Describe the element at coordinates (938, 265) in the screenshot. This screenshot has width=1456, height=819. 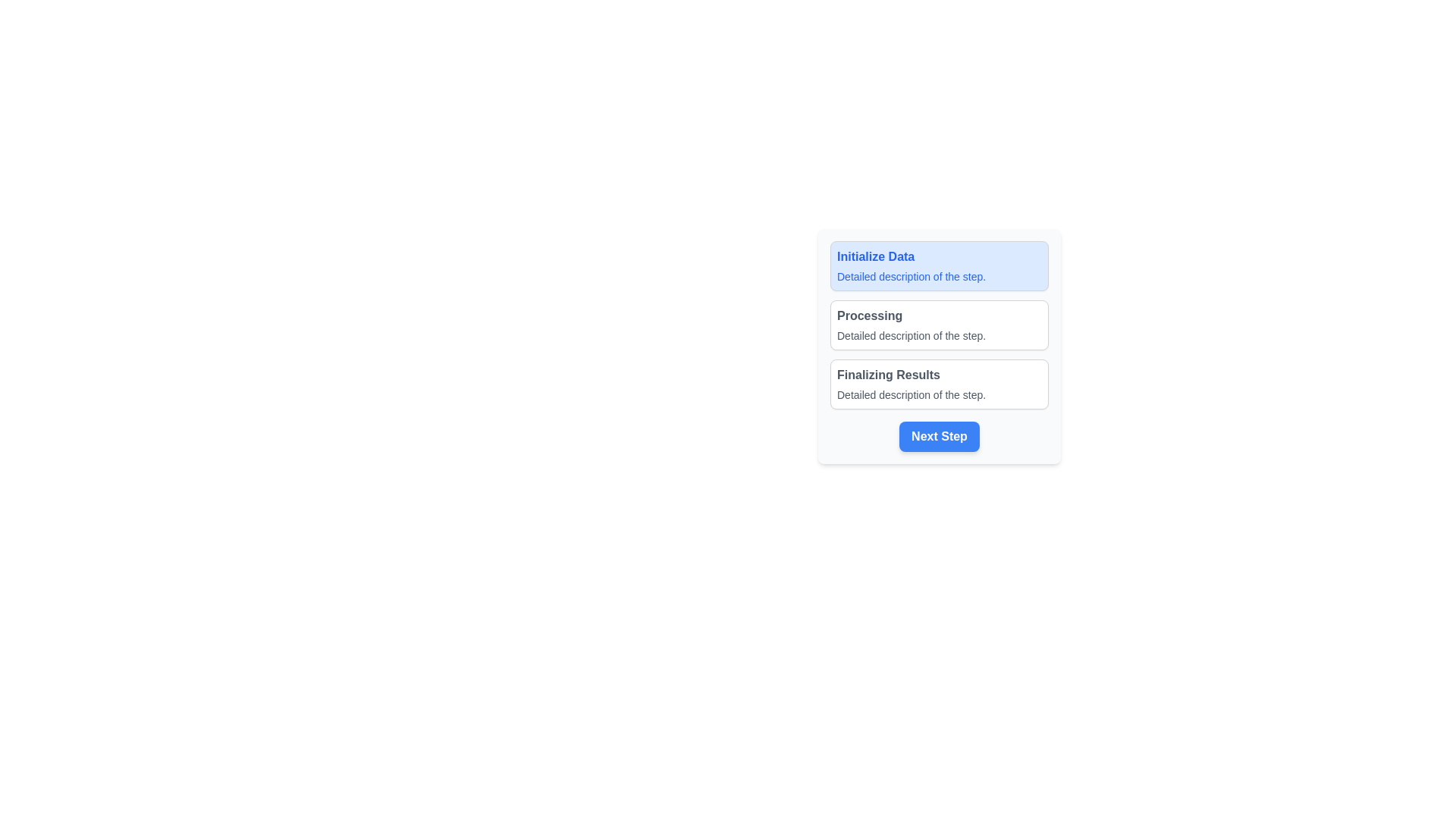
I see `descriptive text from the first panel section at the top of the vertically stacked list` at that location.